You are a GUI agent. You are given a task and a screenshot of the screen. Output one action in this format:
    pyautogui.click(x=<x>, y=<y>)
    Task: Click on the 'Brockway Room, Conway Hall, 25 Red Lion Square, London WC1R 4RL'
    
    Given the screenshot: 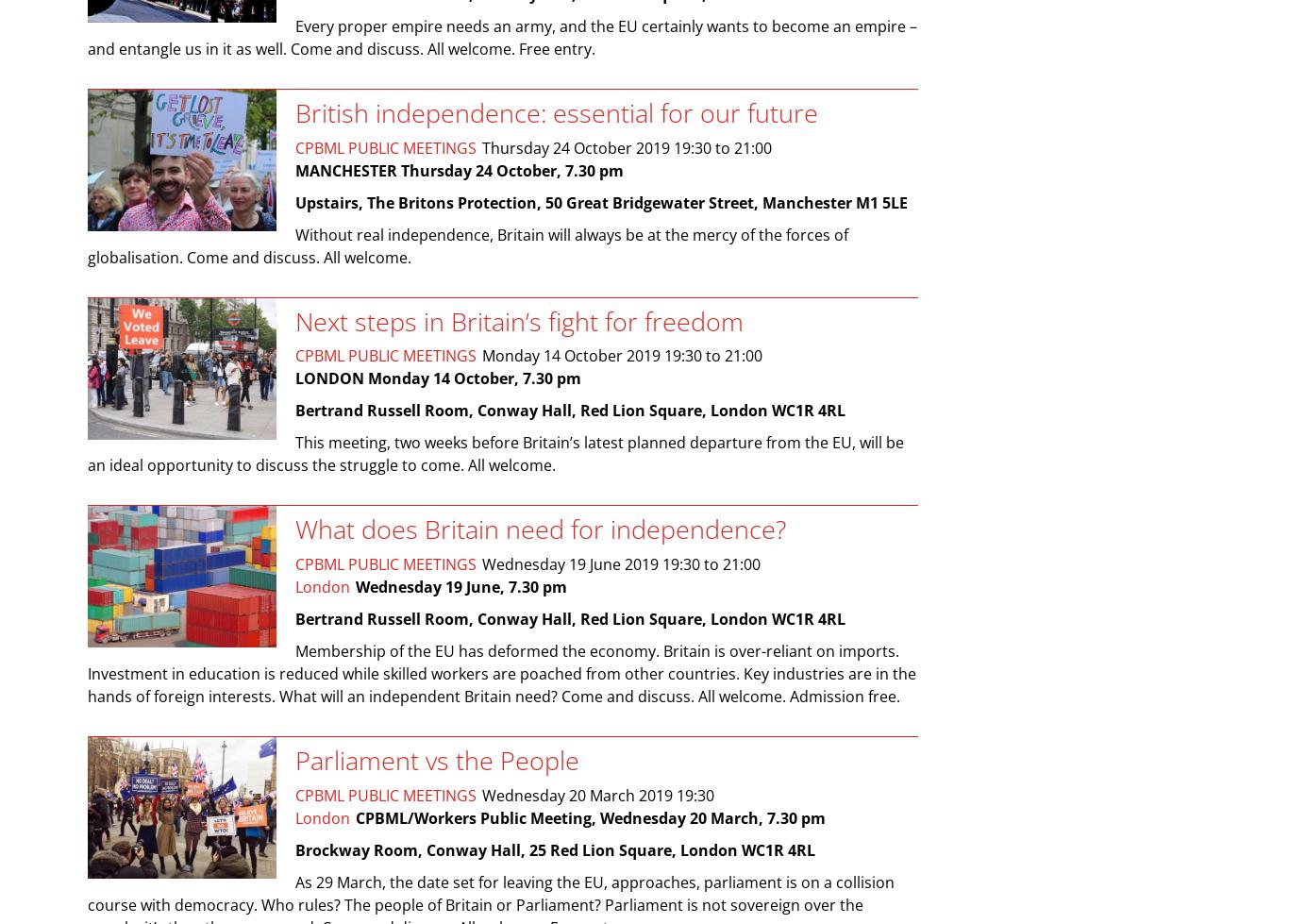 What is the action you would take?
    pyautogui.click(x=554, y=848)
    